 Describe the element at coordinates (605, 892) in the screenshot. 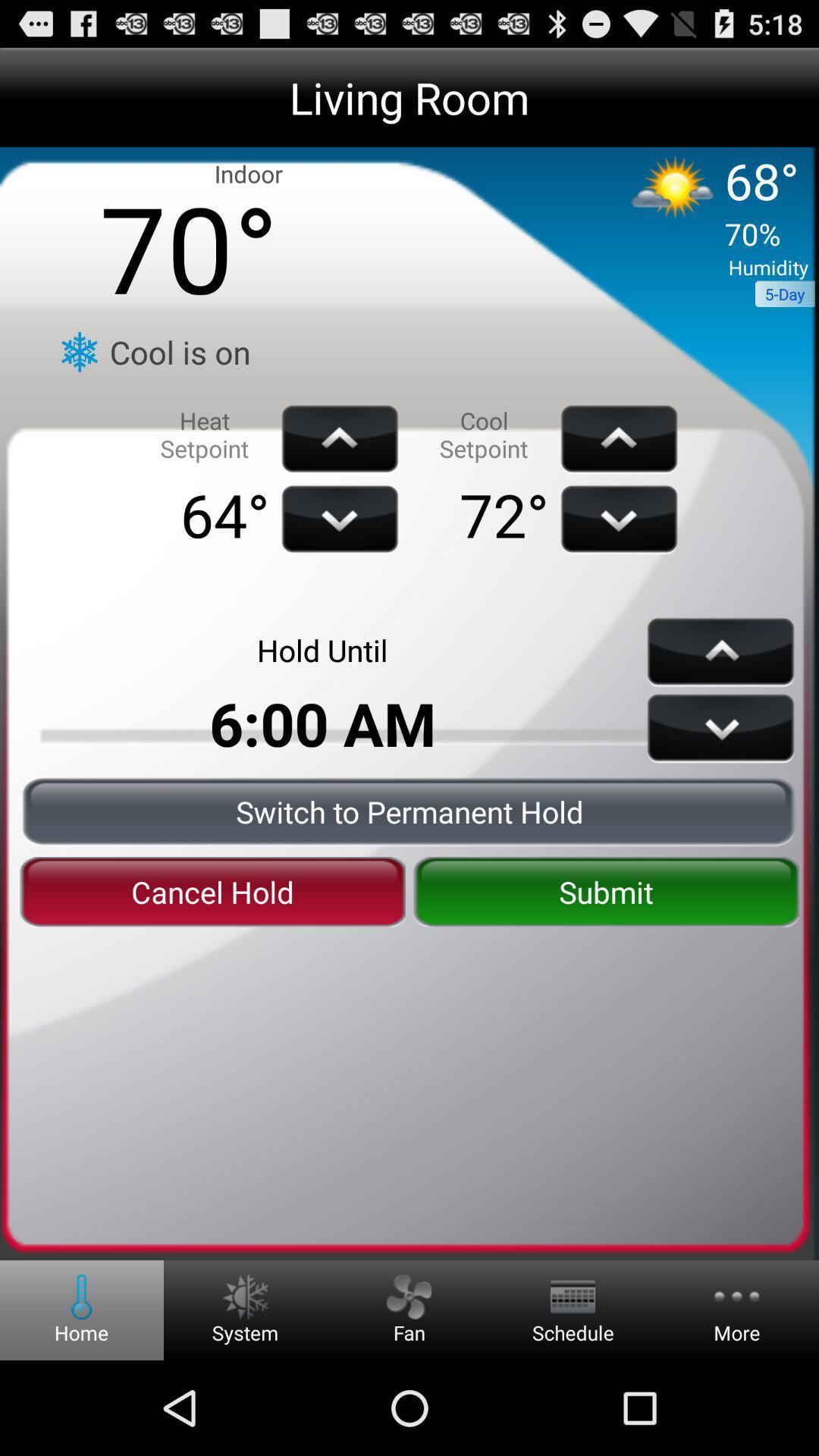

I see `the icon below switch to permanent` at that location.